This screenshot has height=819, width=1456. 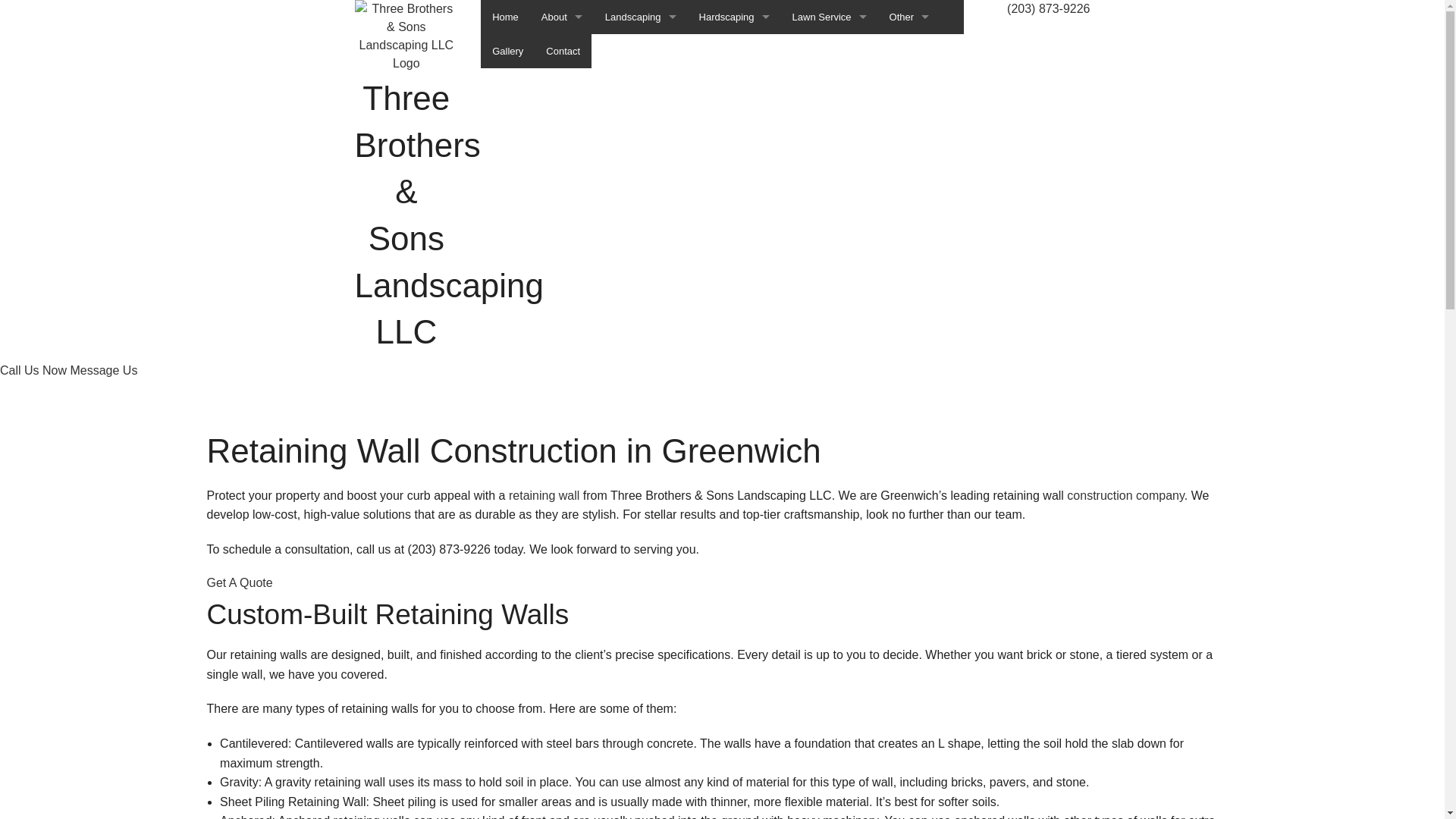 What do you see at coordinates (35, 370) in the screenshot?
I see `'Call Us Now'` at bounding box center [35, 370].